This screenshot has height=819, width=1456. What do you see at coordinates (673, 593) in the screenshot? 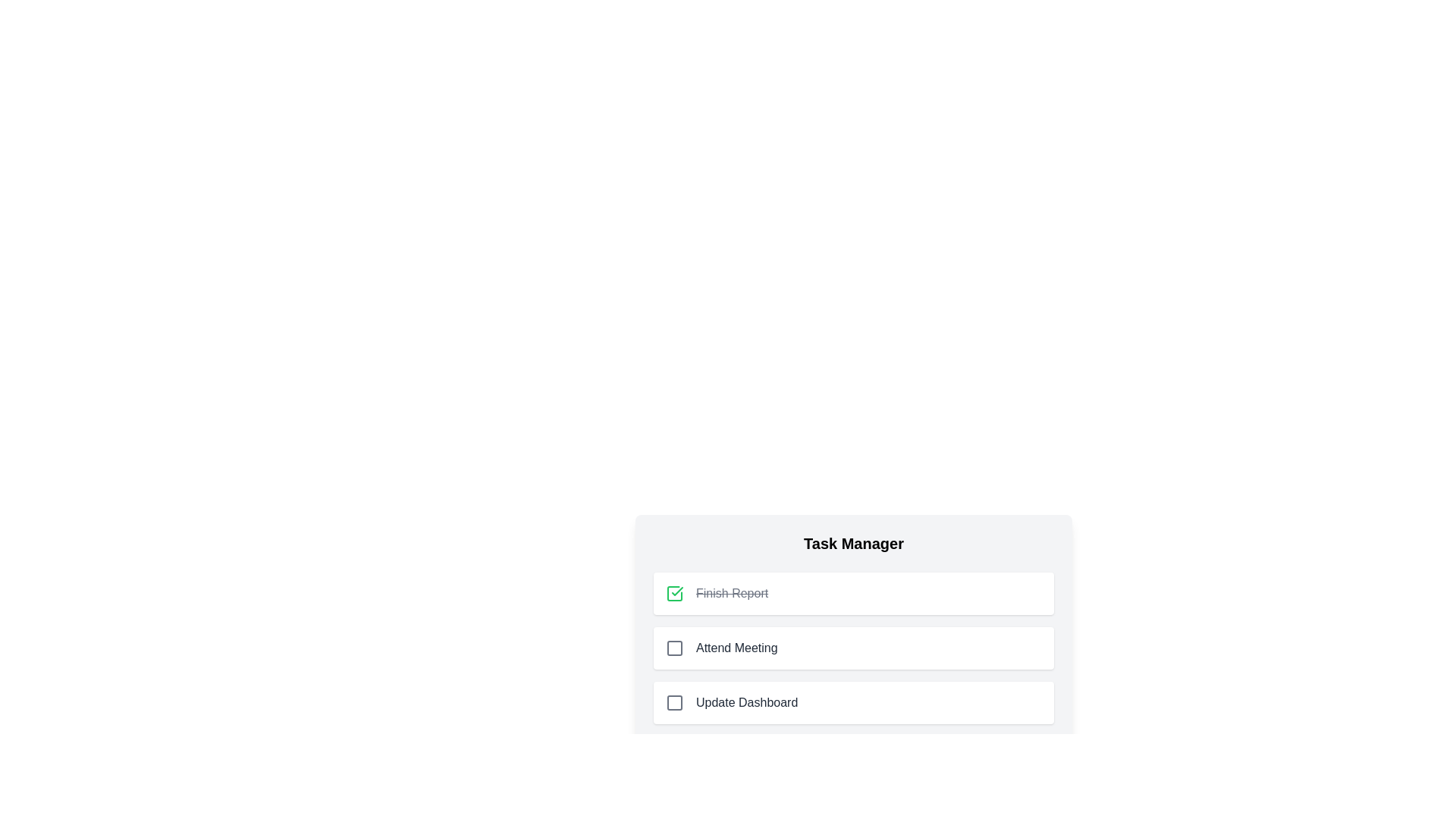
I see `the checkbox indicator with a green outline and a checkmark inside it` at bounding box center [673, 593].